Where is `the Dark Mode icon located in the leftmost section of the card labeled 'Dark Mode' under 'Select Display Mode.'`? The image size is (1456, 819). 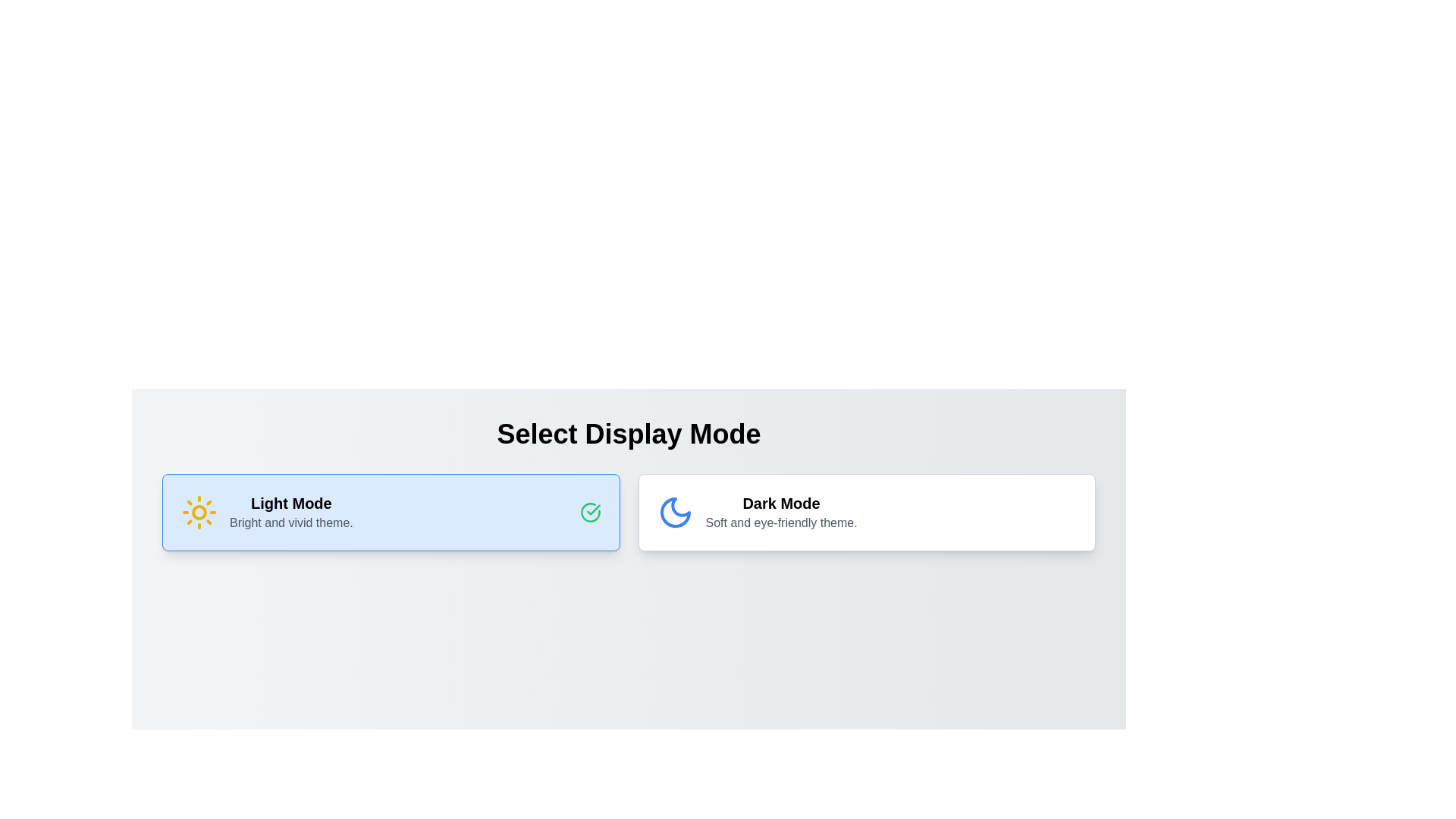
the Dark Mode icon located in the leftmost section of the card labeled 'Dark Mode' under 'Select Display Mode.' is located at coordinates (674, 512).